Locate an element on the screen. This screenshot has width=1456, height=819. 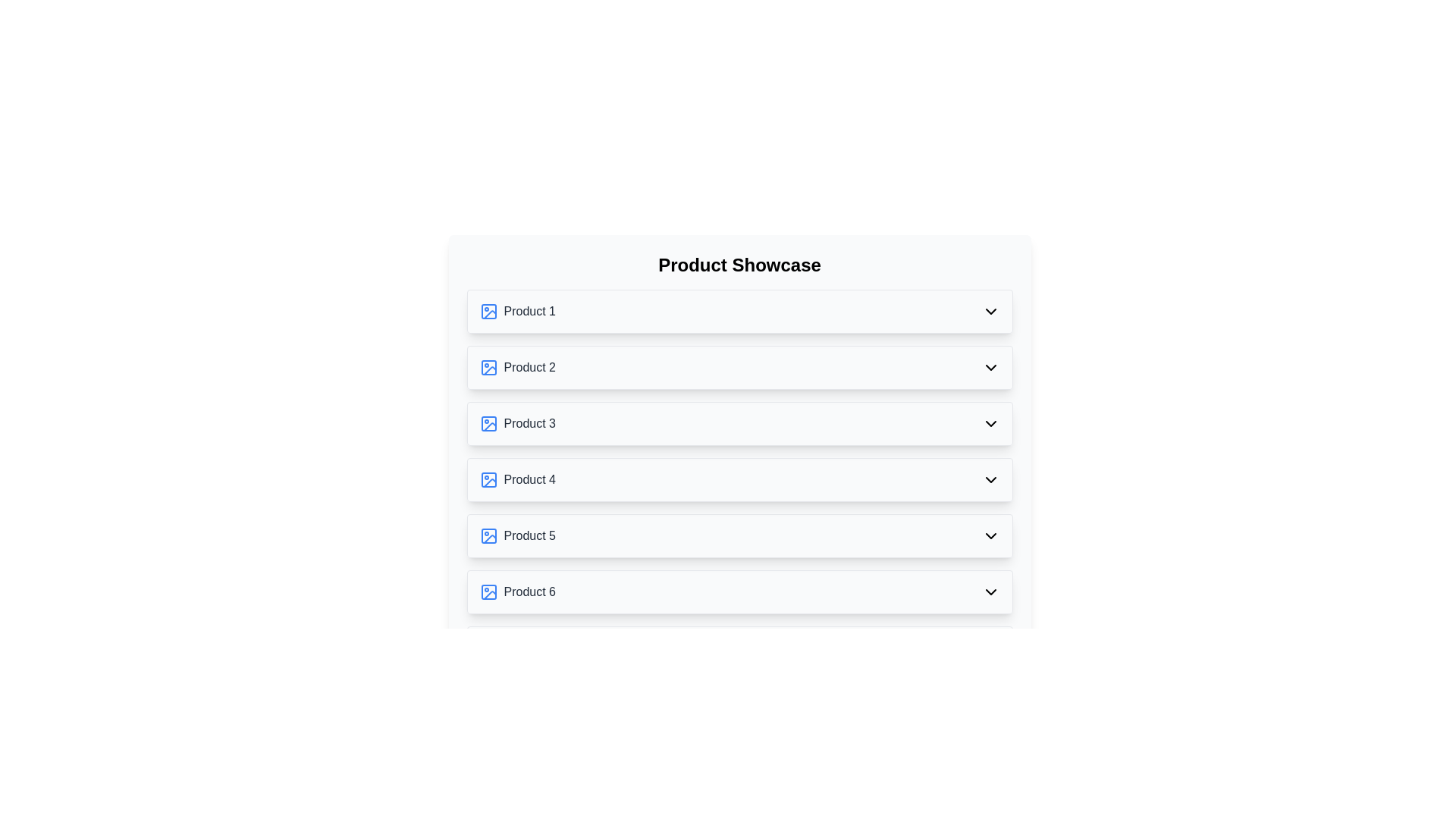
the image icon next to the product titled Product 3 is located at coordinates (488, 424).